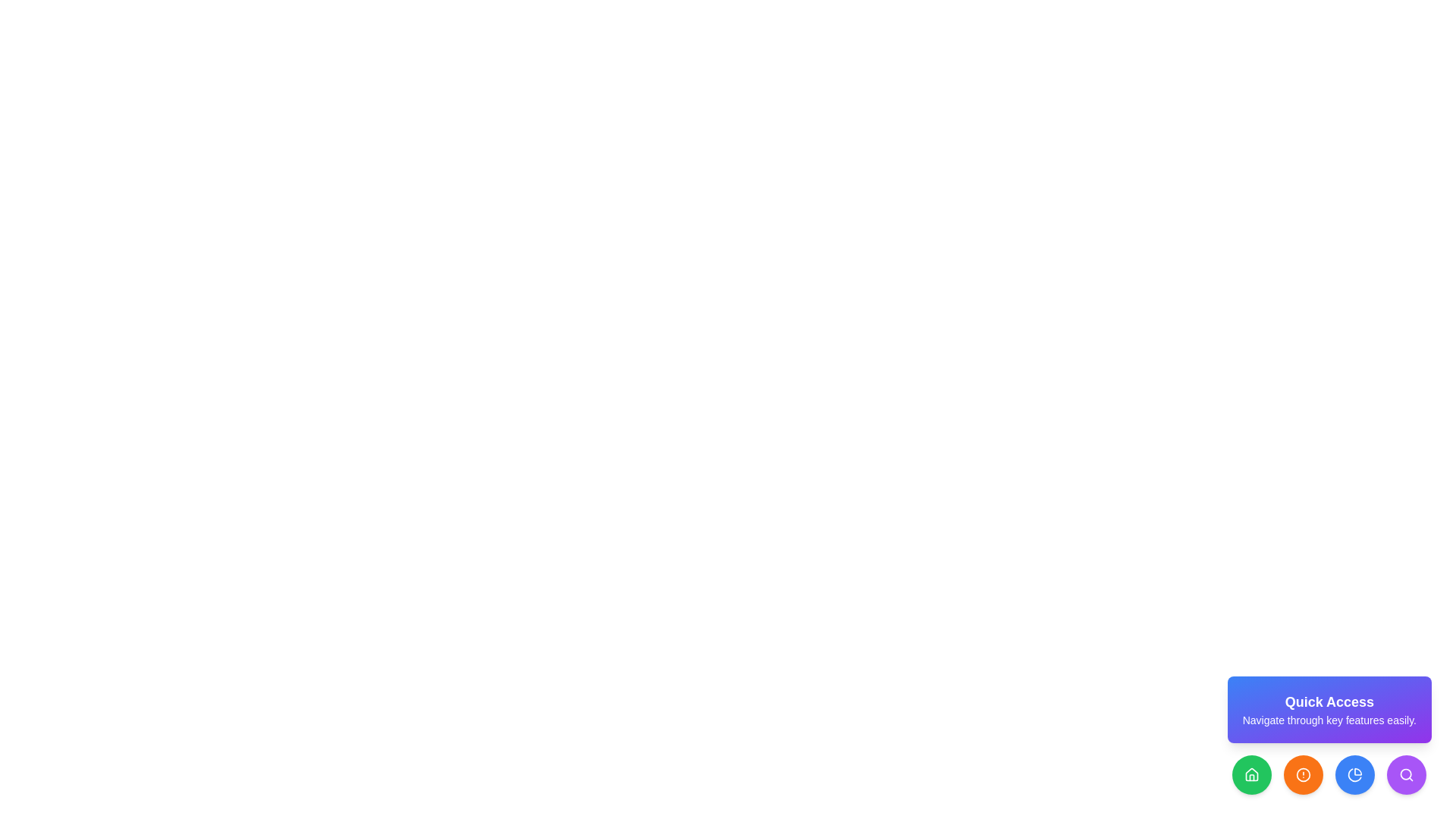 The image size is (1456, 819). What do you see at coordinates (1329, 710) in the screenshot?
I see `the Informational banner labeled 'Quick Access' with a gradient background transitioning from blue to purple, which contains two lines of white text` at bounding box center [1329, 710].